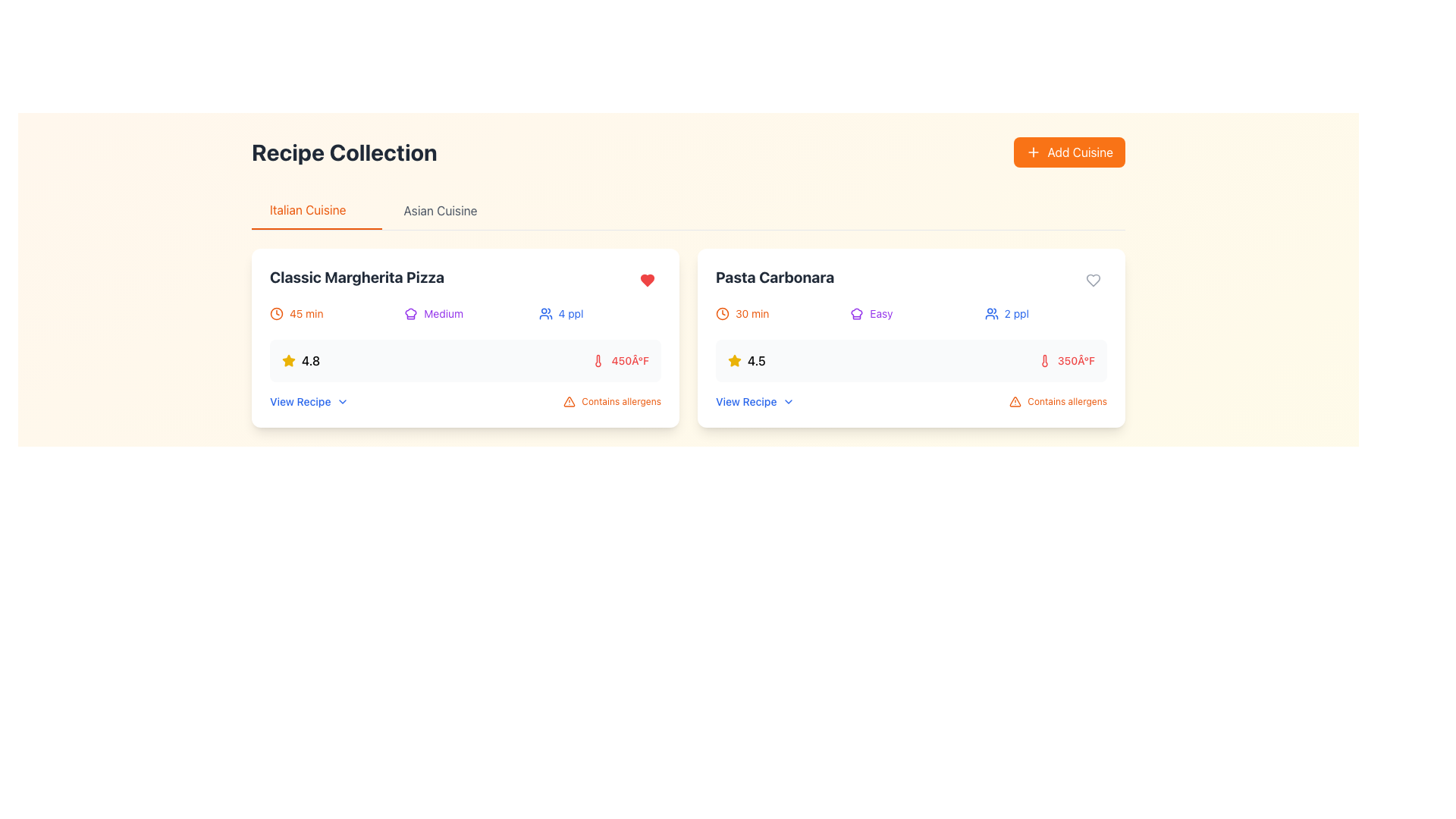 This screenshot has height=819, width=1456. Describe the element at coordinates (1033, 152) in the screenshot. I see `the orange plus sign icon located within the 'Add Cuisine' button to focus on the button` at that location.